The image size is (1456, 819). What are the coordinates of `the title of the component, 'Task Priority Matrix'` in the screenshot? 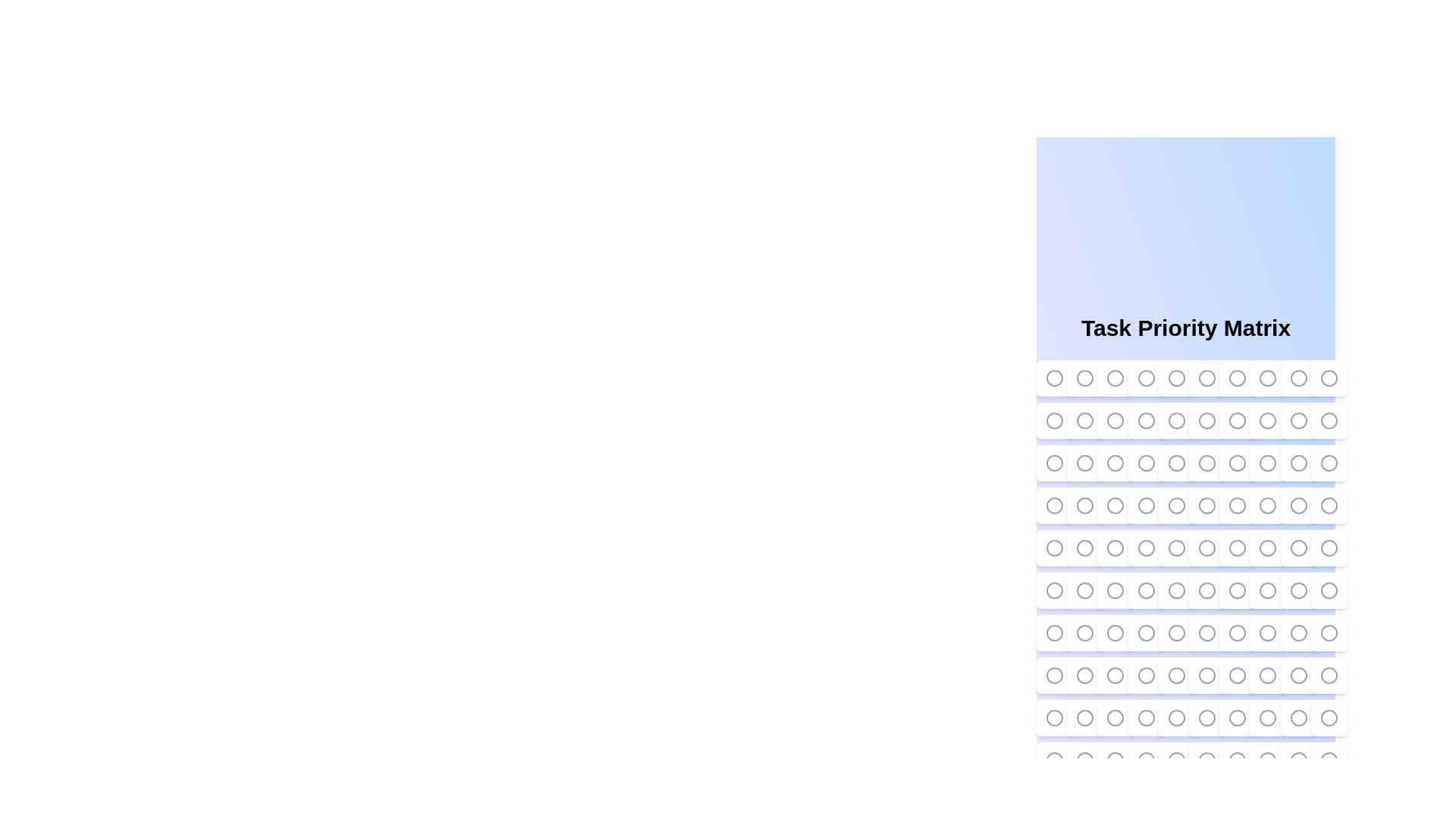 It's located at (1185, 327).